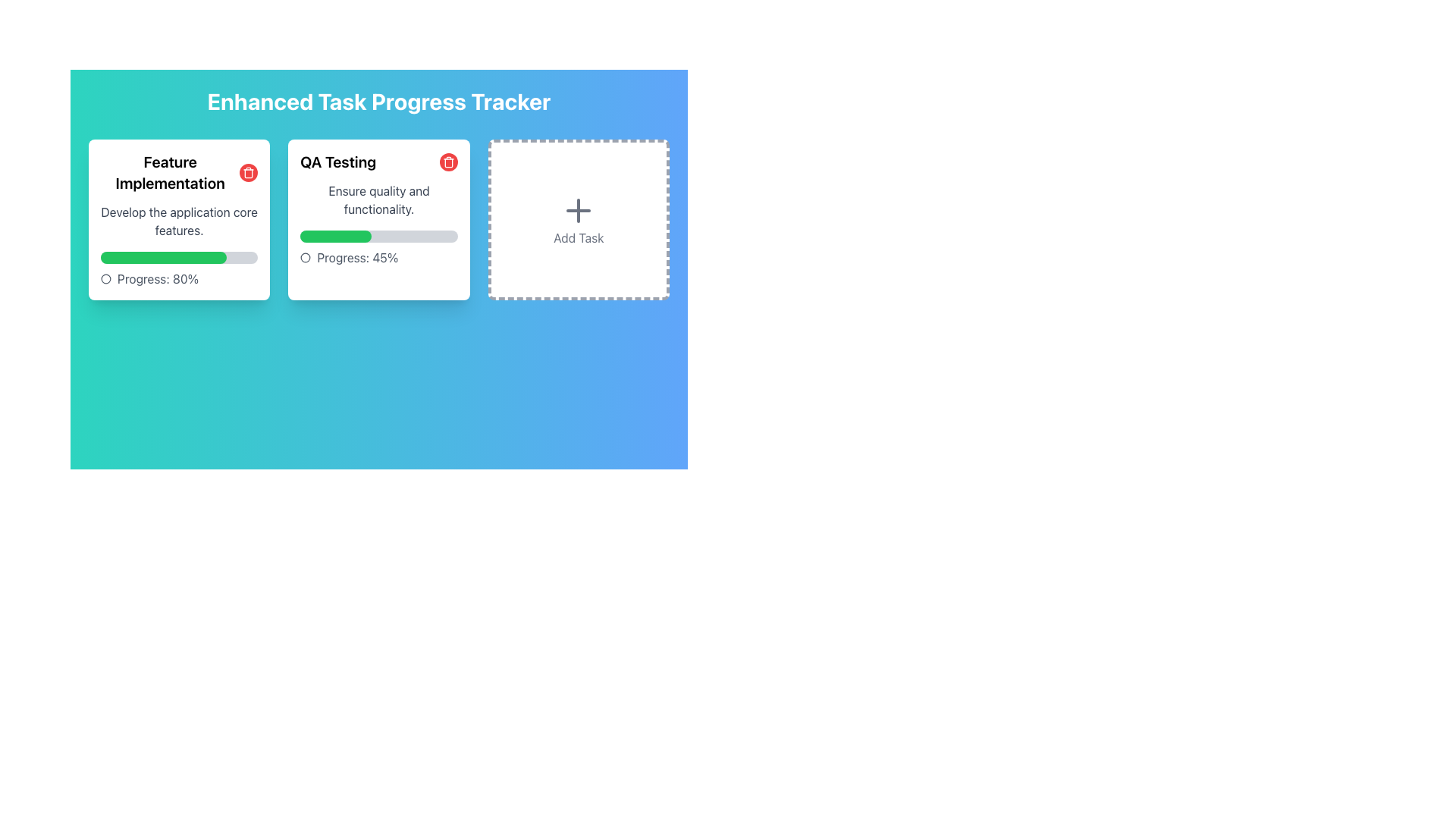 The width and height of the screenshot is (1456, 819). What do you see at coordinates (378, 199) in the screenshot?
I see `the text element that says 'Ensure quality and functionality.' located in the QA Testing card in the task list interface` at bounding box center [378, 199].